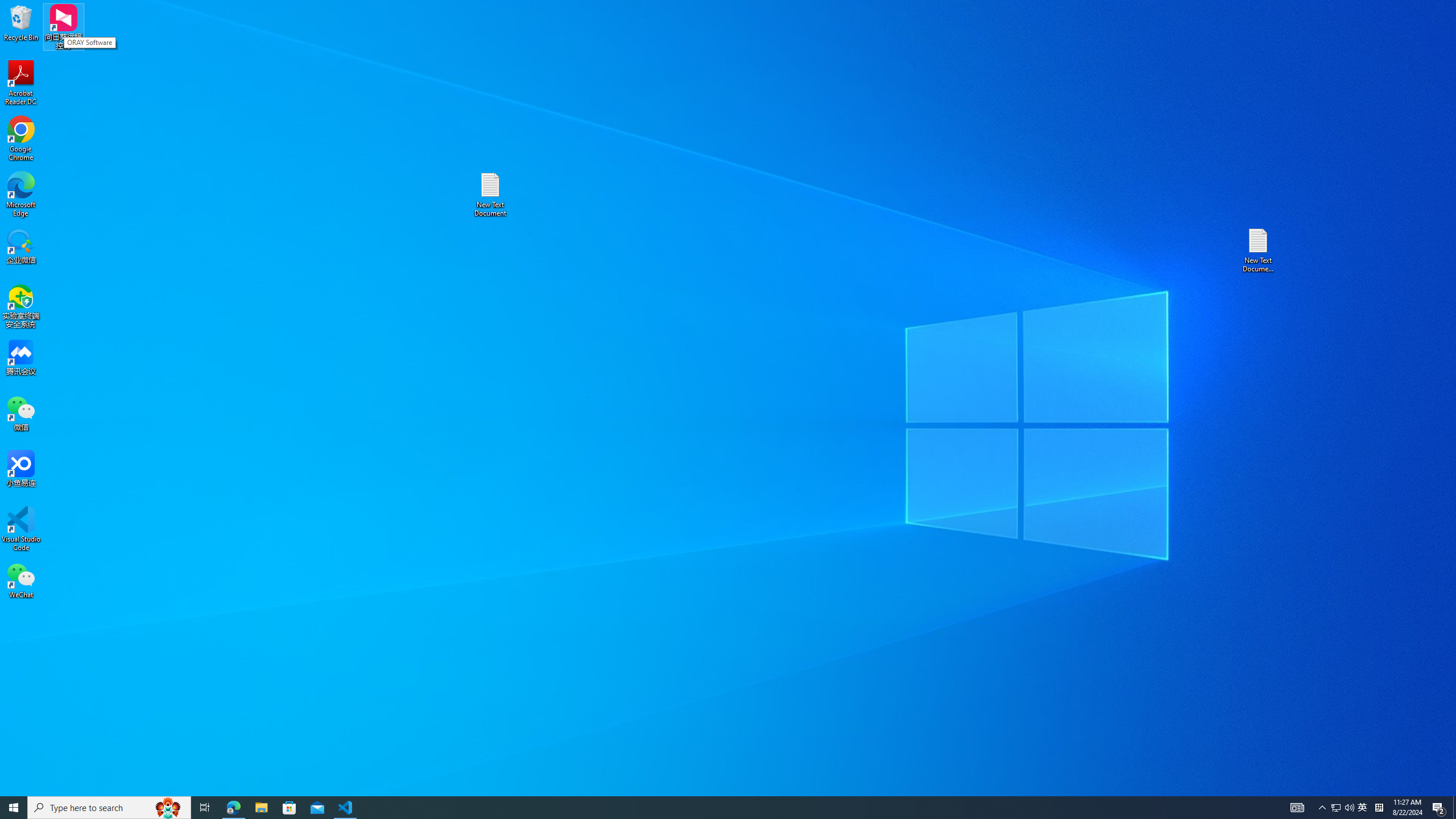 Image resolution: width=1456 pixels, height=819 pixels. What do you see at coordinates (1439, 806) in the screenshot?
I see `'Action Center, 2 new notifications'` at bounding box center [1439, 806].